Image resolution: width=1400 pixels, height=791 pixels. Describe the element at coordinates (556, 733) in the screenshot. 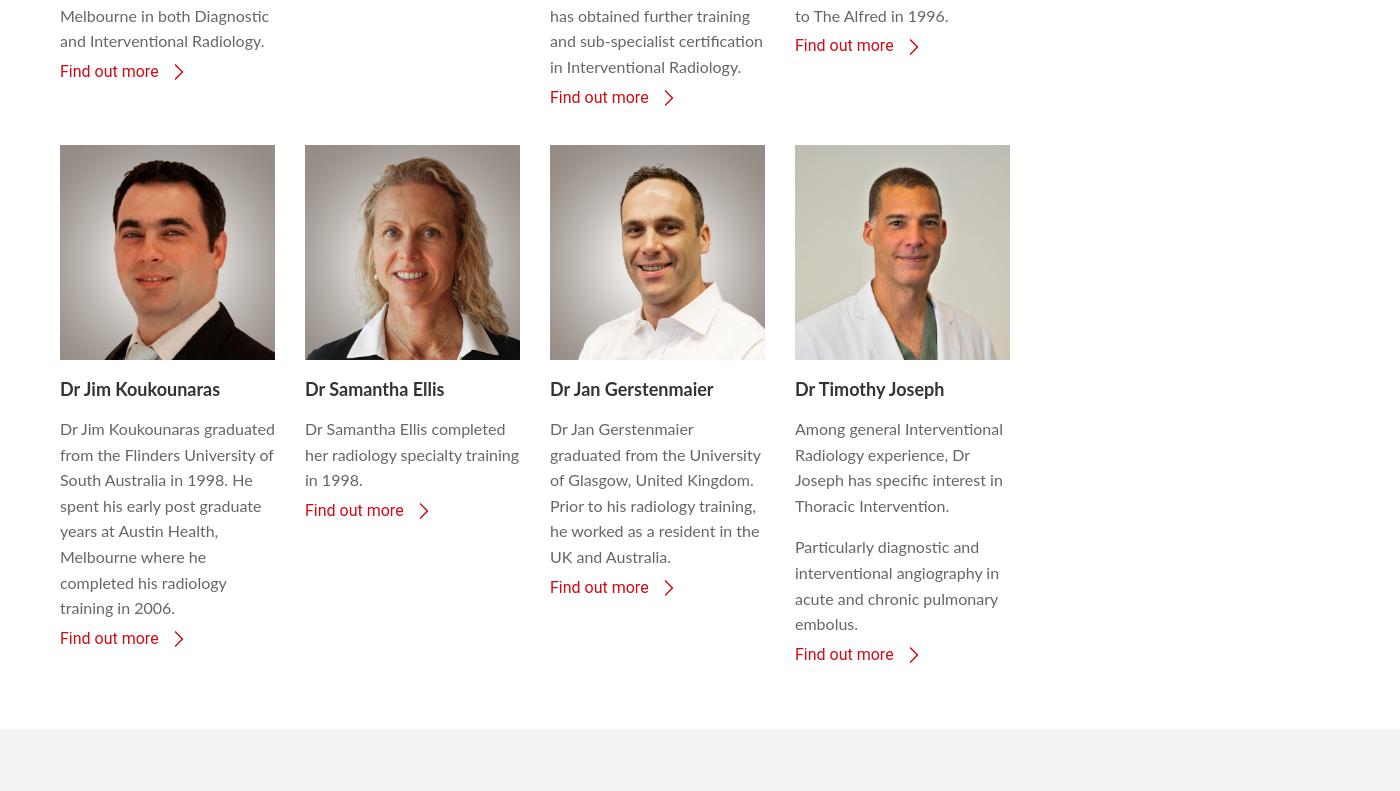

I see `'Patient resources'` at that location.